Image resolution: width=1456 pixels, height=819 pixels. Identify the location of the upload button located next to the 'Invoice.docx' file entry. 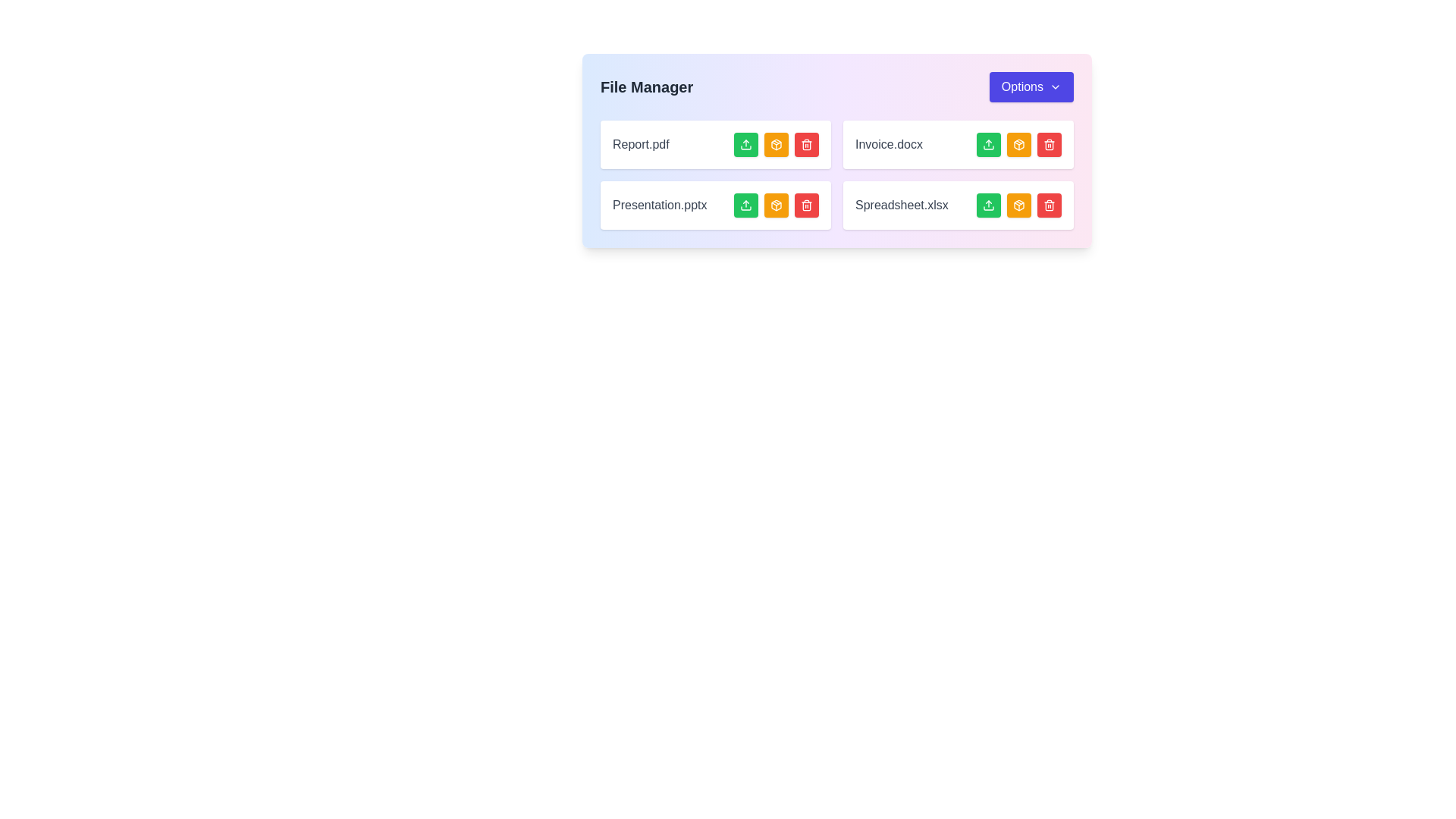
(989, 145).